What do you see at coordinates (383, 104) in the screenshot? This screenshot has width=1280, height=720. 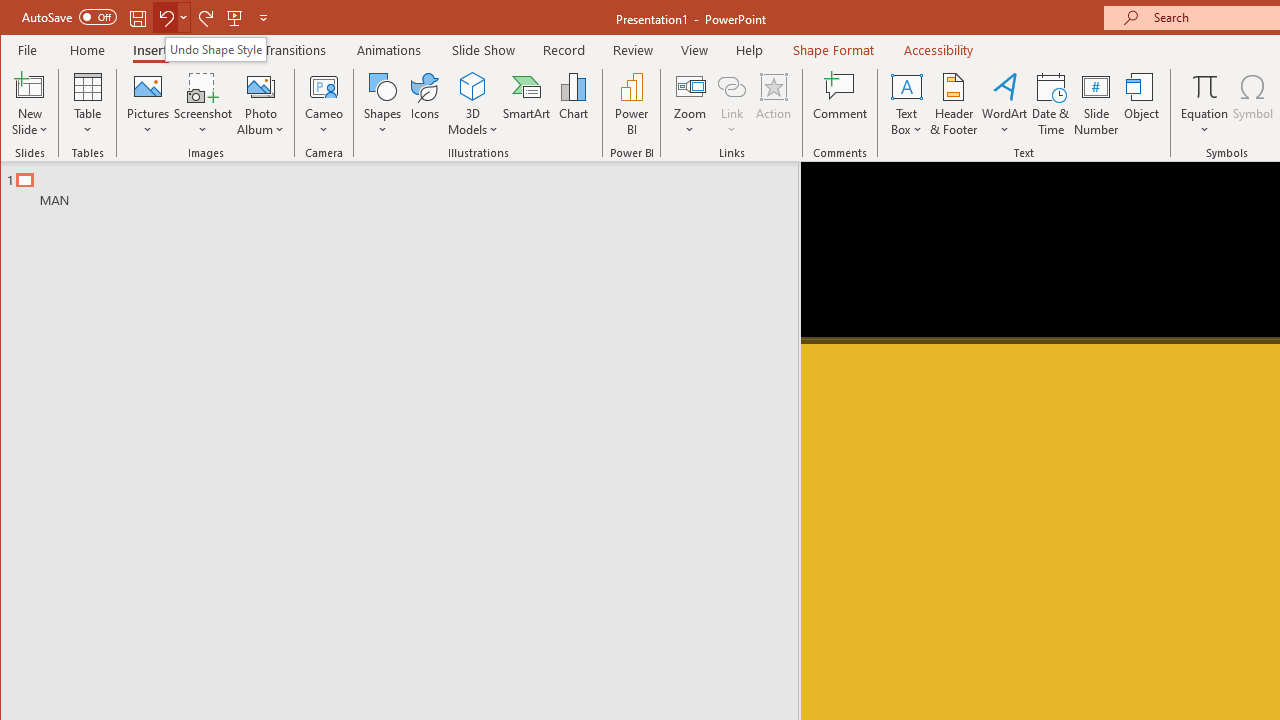 I see `'Shapes'` at bounding box center [383, 104].